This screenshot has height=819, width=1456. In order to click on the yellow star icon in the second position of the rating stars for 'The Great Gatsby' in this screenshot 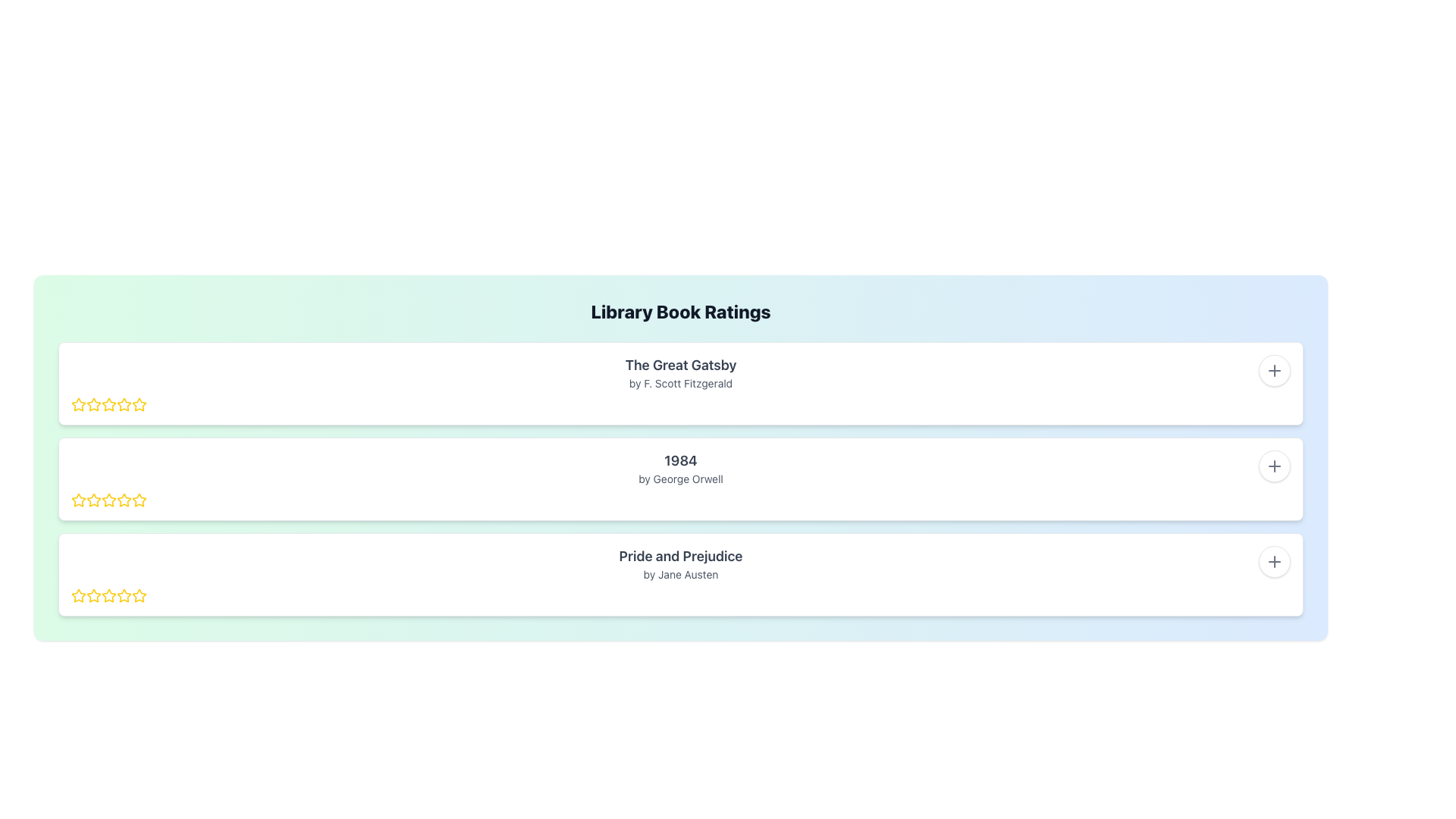, I will do `click(124, 403)`.